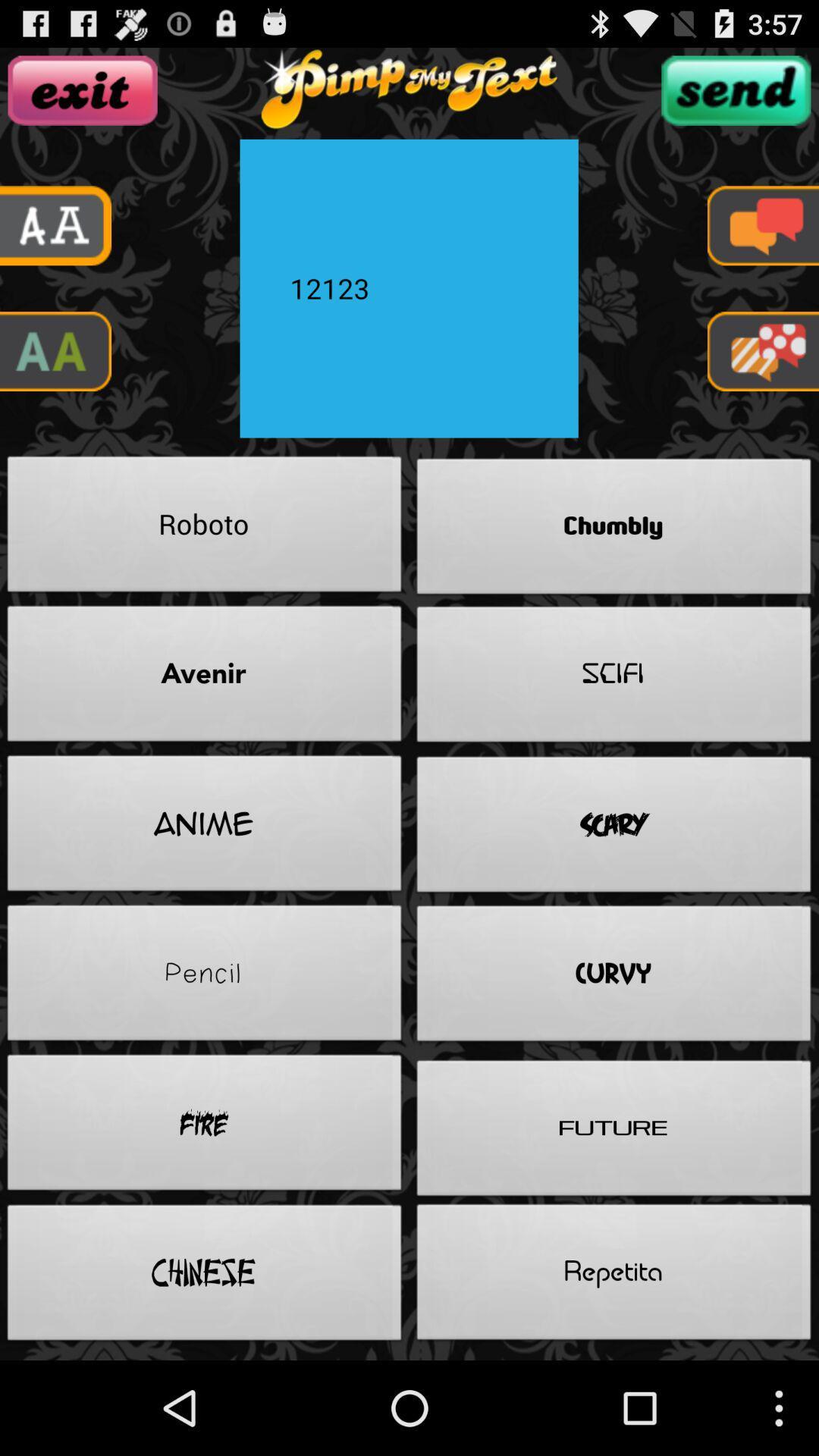 The width and height of the screenshot is (819, 1456). Describe the element at coordinates (55, 240) in the screenshot. I see `the font icon` at that location.